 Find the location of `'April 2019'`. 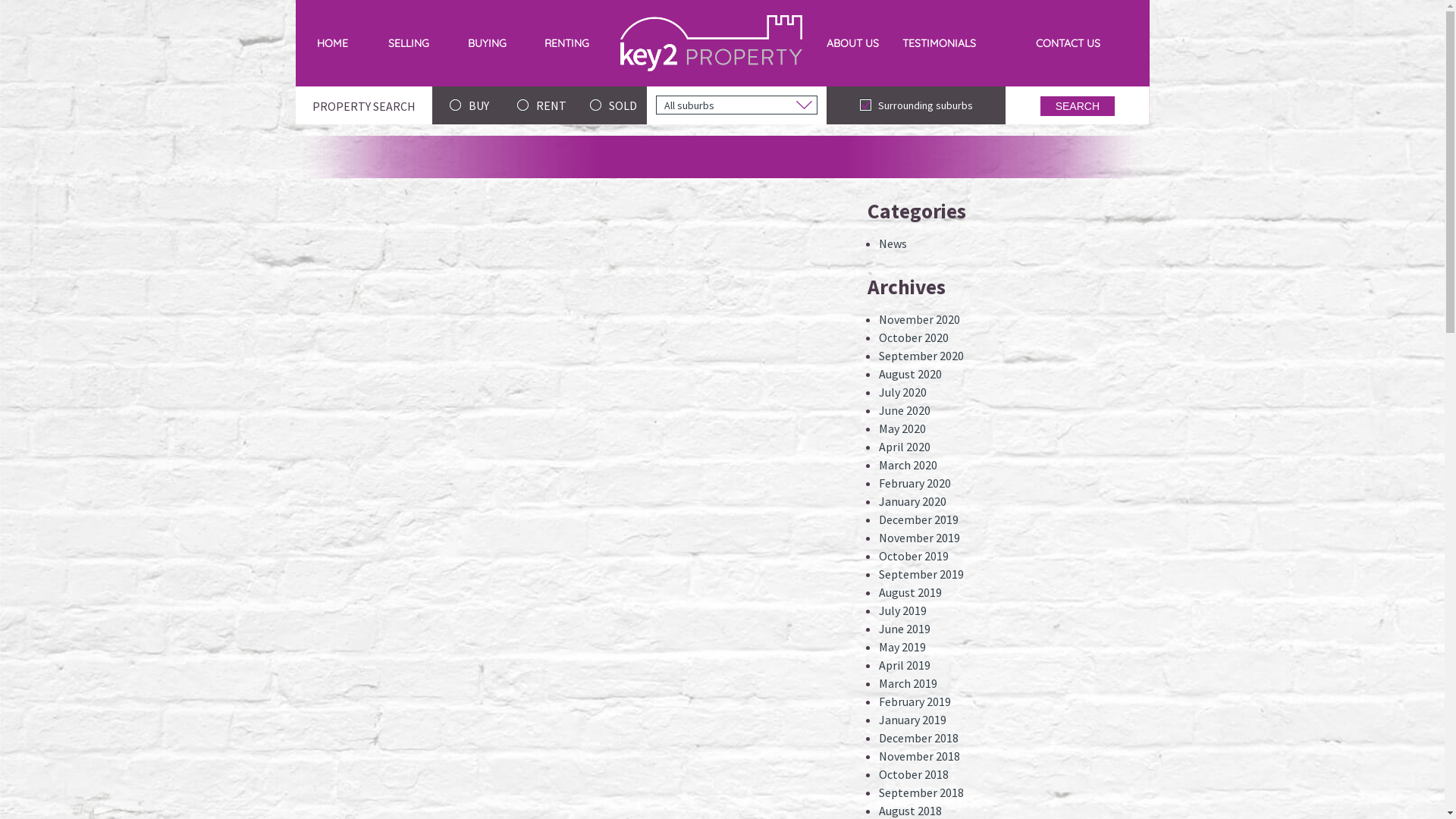

'April 2019' is located at coordinates (878, 664).